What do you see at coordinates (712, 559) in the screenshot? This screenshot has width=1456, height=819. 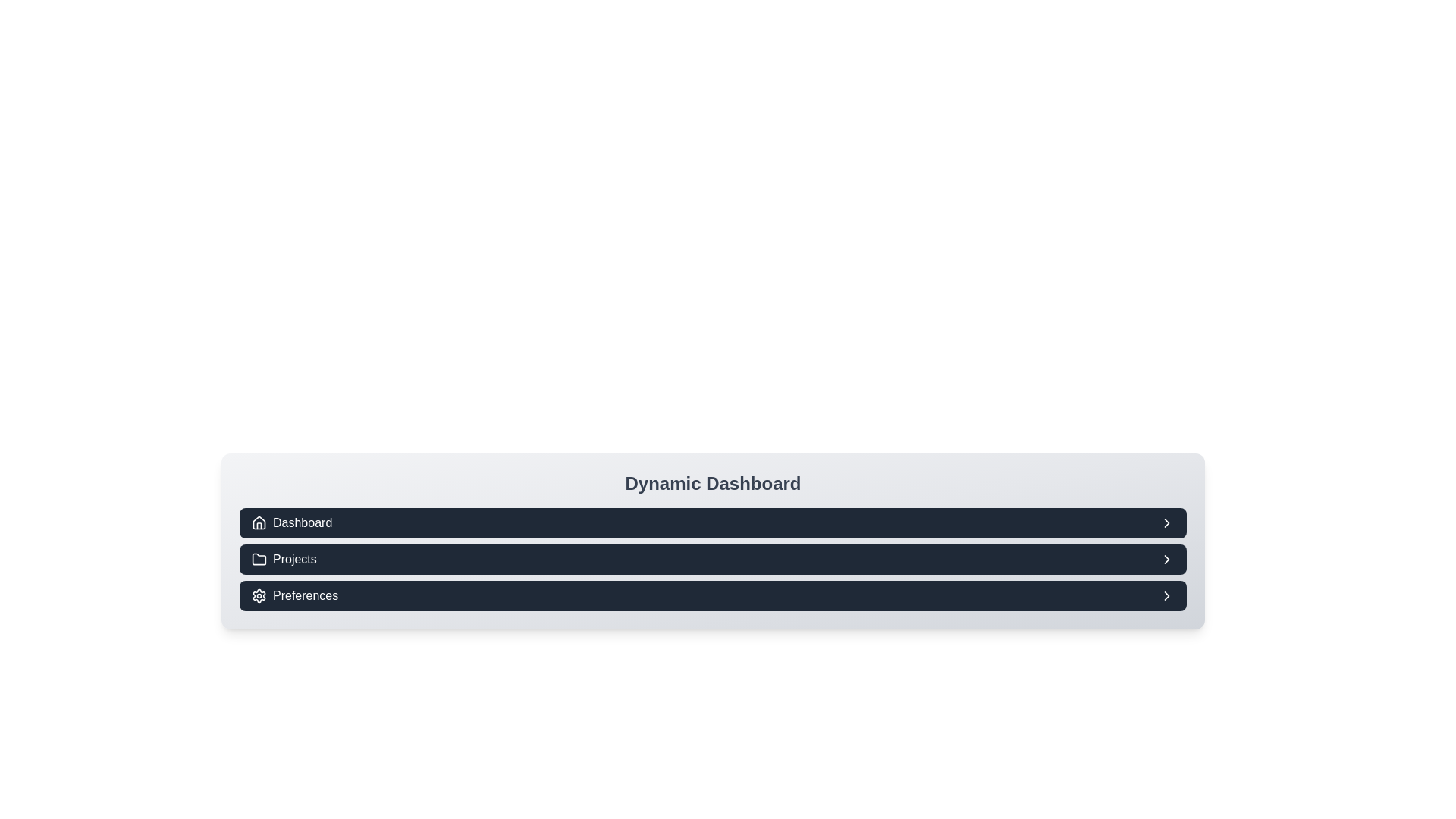 I see `the second entry in the vertical navigation menu, which serves as a navigational link to the 'Projects' section` at bounding box center [712, 559].